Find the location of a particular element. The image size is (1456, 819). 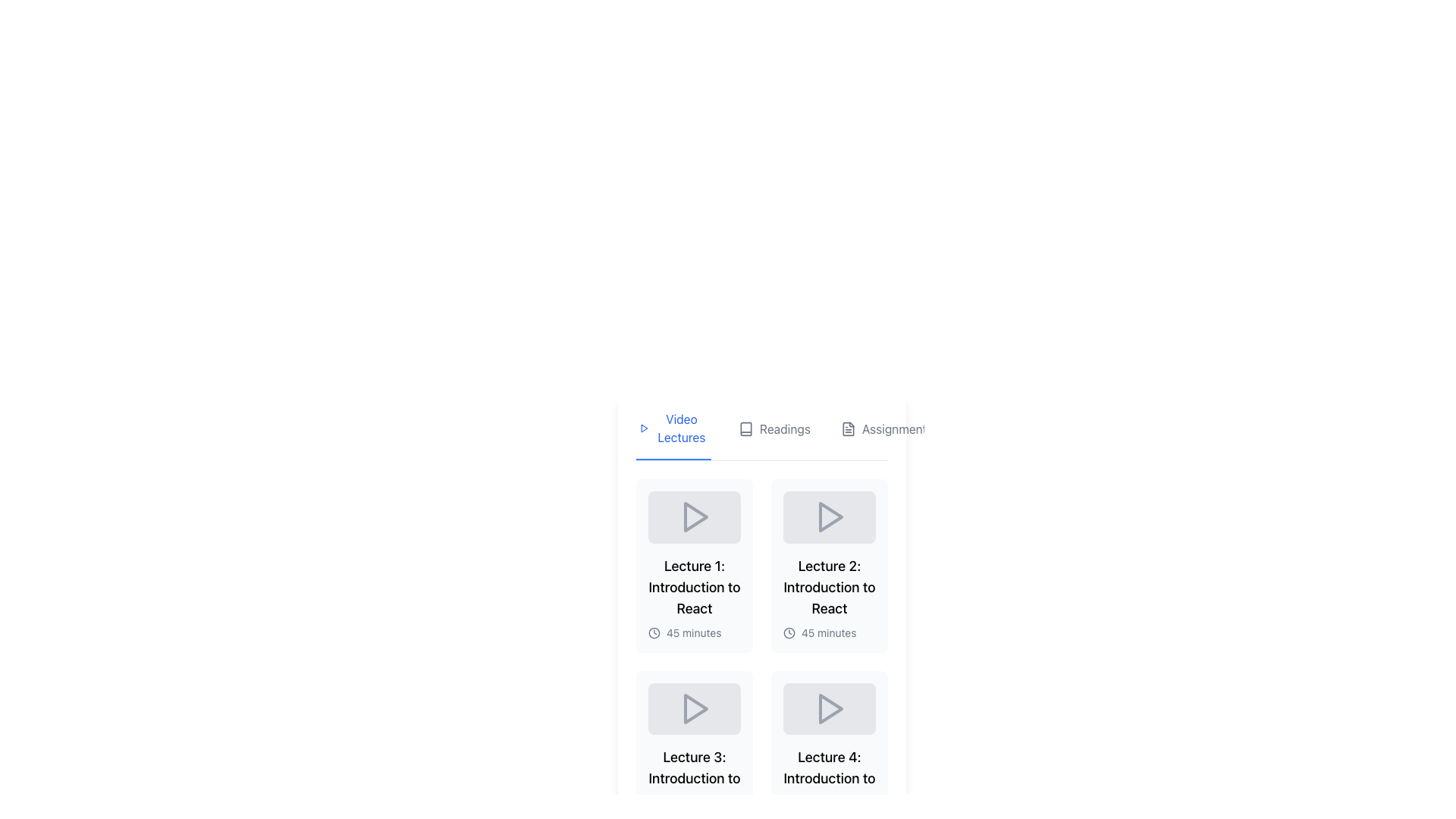

the clock icon, which features a rounded circular border and two lines representing clock hands, located to the left of the '45 minutes' text in the second column of items under the title 'Lecture 2: Introduction to React' is located at coordinates (654, 632).